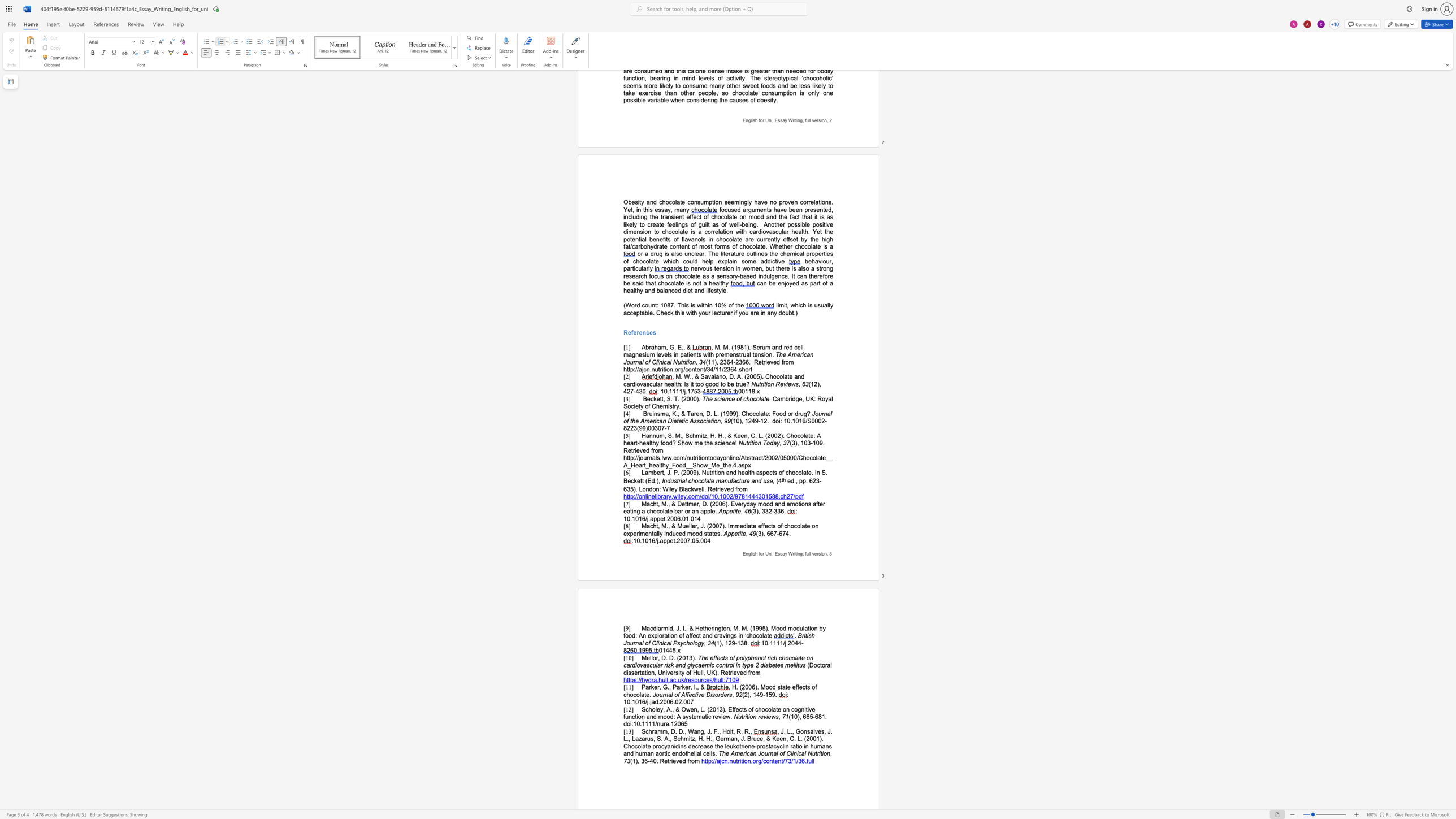  I want to click on the space between the continuous character "r" and "m" in the text, so click(726, 738).